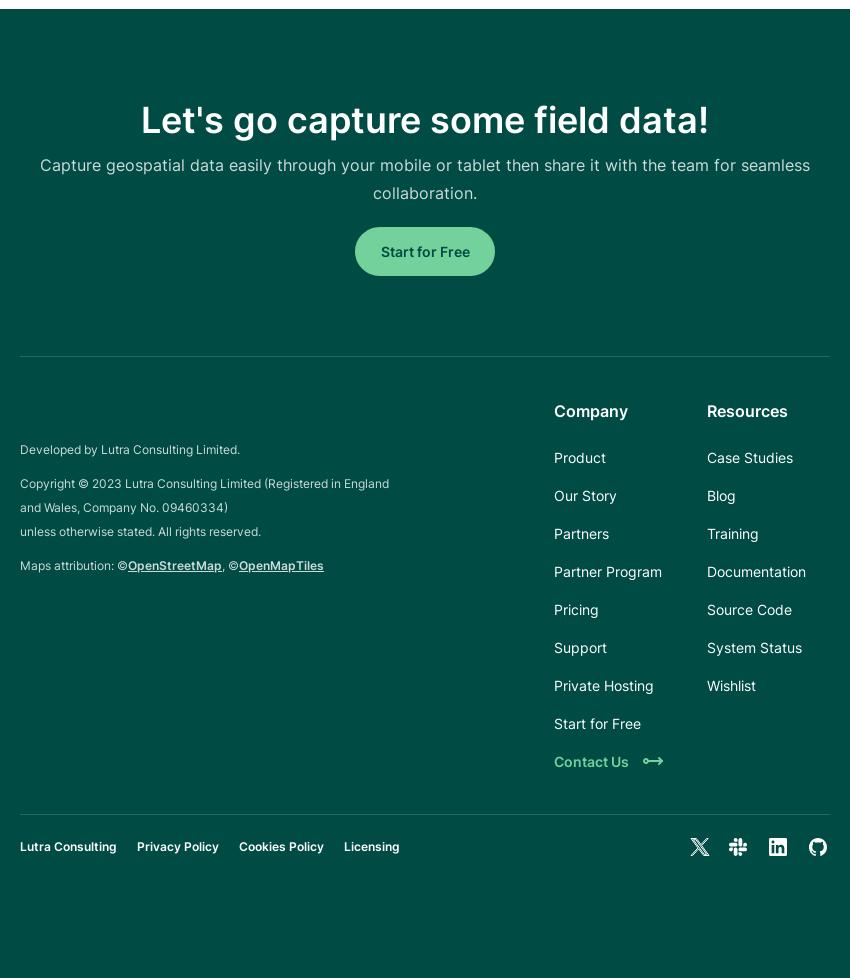  I want to click on 'OpenStreetMap', so click(174, 565).